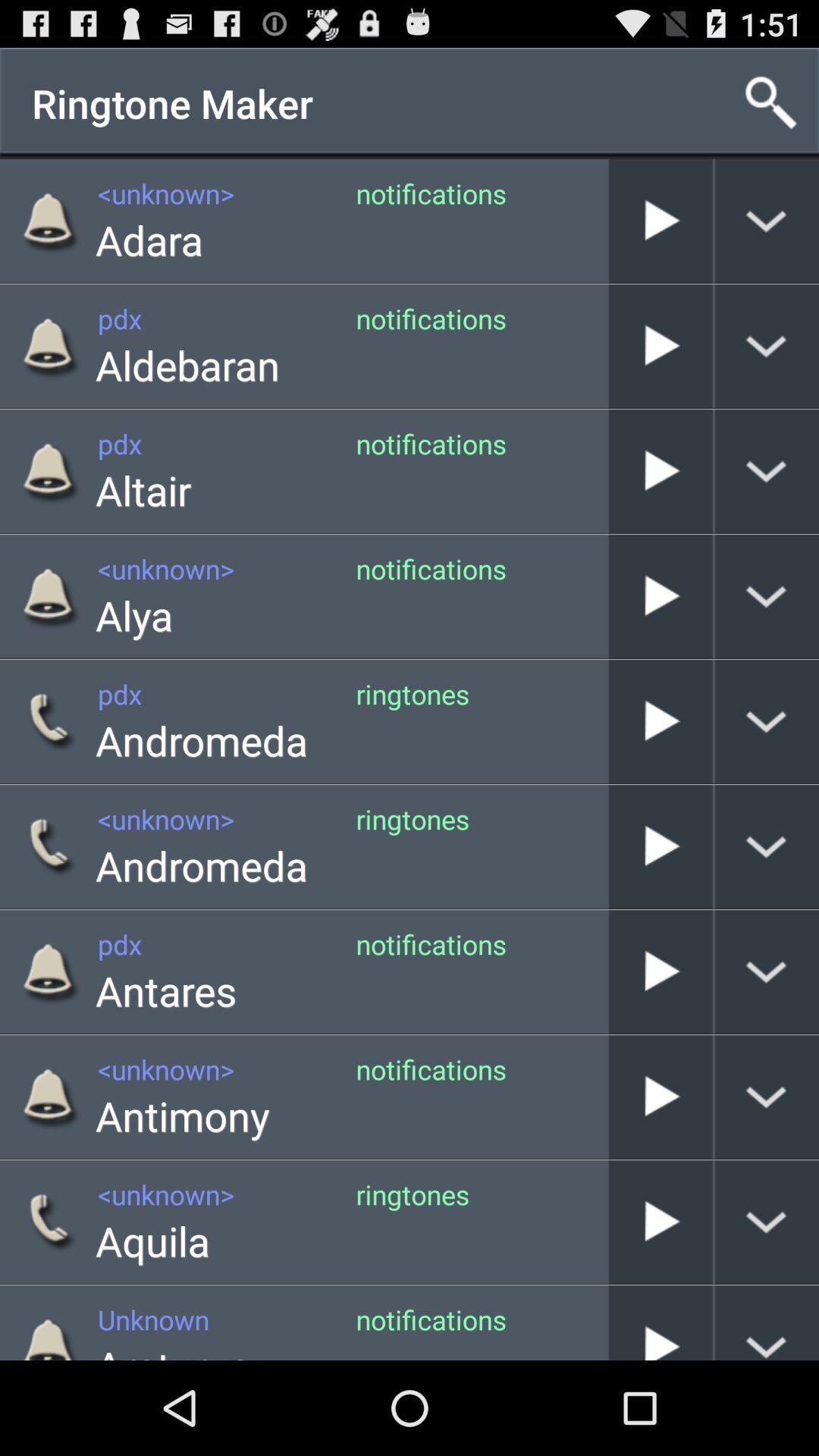 Image resolution: width=819 pixels, height=1456 pixels. I want to click on arcturus icon, so click(172, 1349).